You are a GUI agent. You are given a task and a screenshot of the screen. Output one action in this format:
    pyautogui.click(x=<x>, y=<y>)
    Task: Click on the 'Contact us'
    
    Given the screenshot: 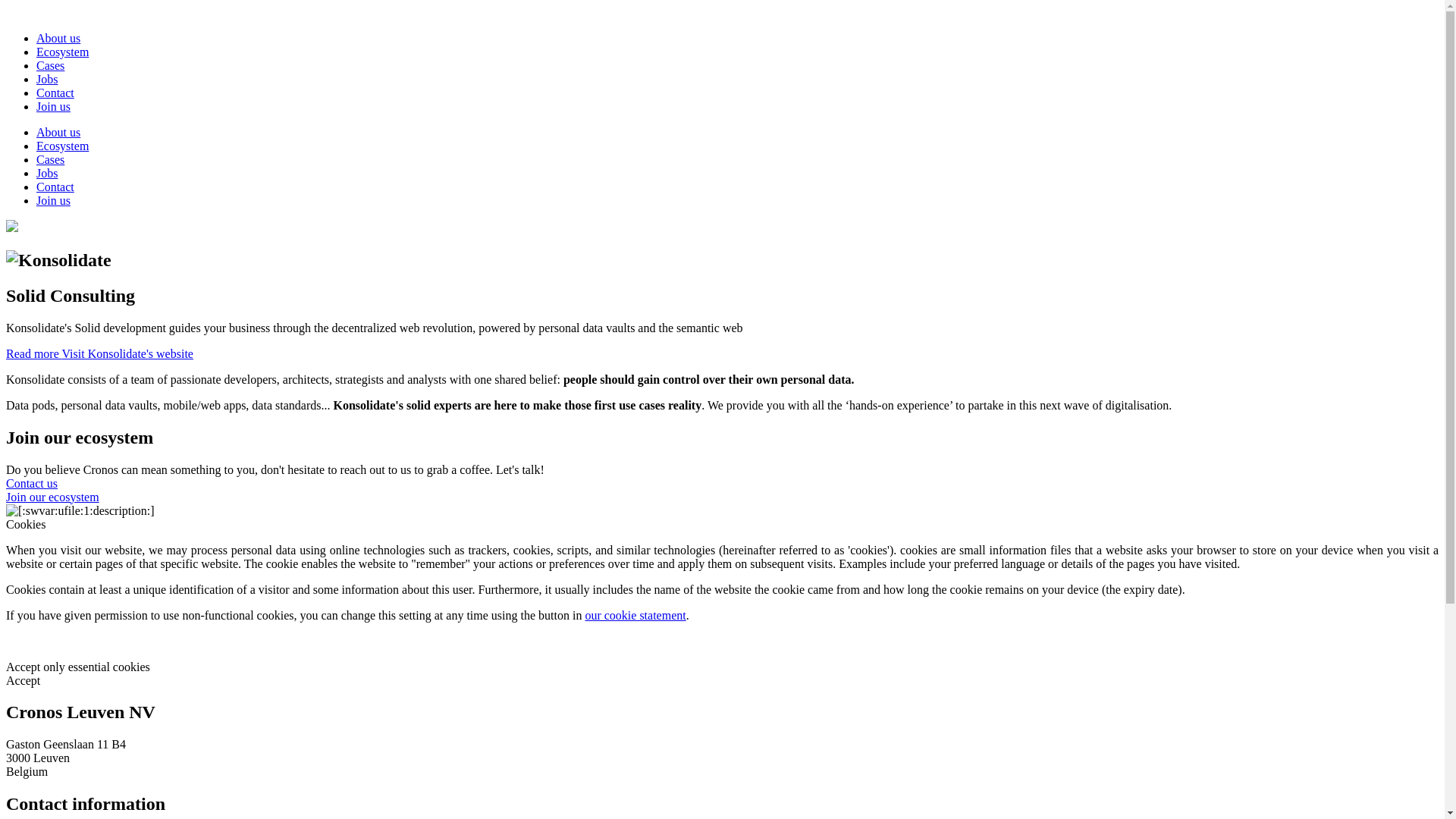 What is the action you would take?
    pyautogui.click(x=32, y=483)
    